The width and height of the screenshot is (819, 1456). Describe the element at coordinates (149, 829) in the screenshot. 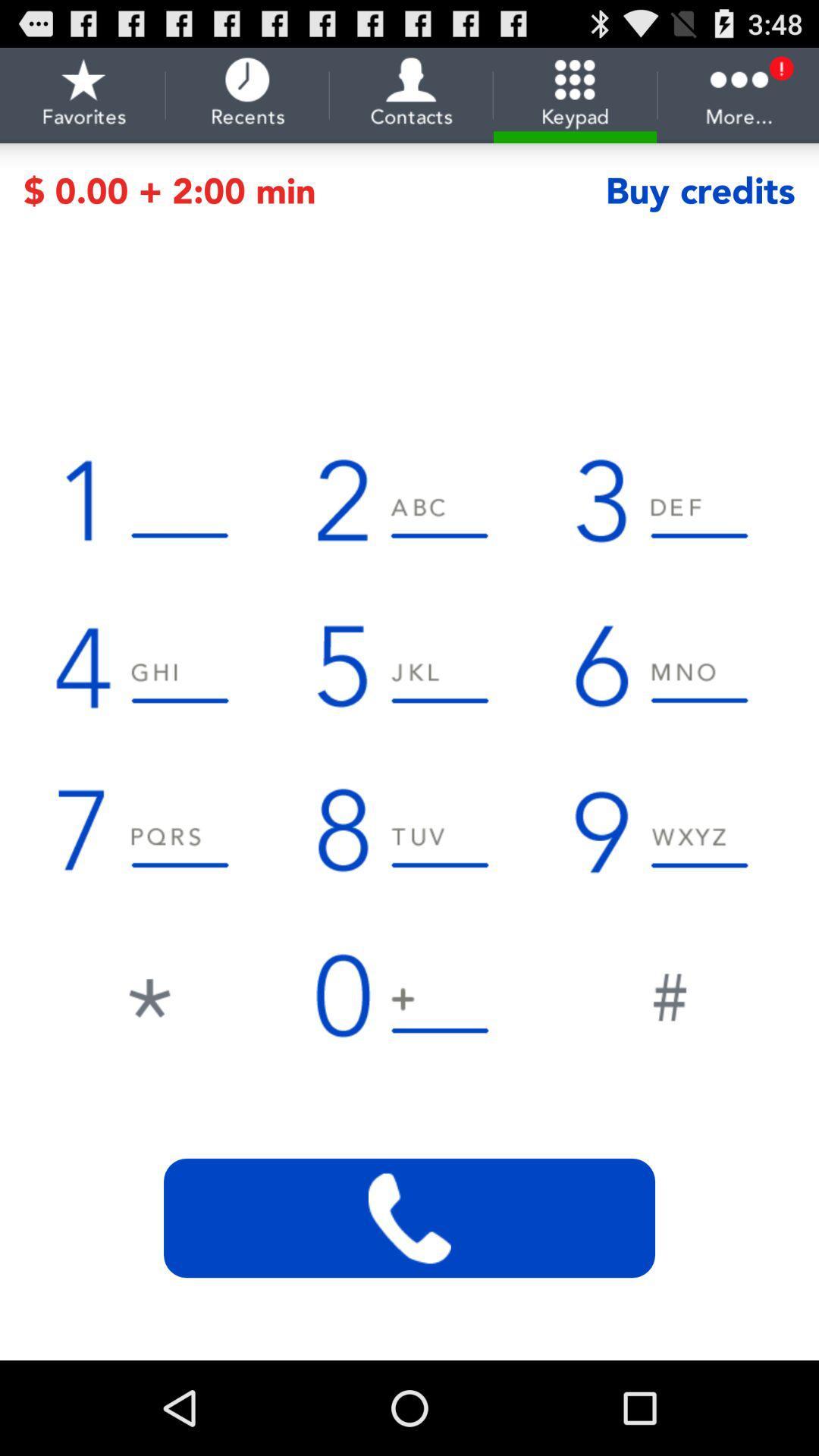

I see `numeric 7 from dial pad of the page` at that location.